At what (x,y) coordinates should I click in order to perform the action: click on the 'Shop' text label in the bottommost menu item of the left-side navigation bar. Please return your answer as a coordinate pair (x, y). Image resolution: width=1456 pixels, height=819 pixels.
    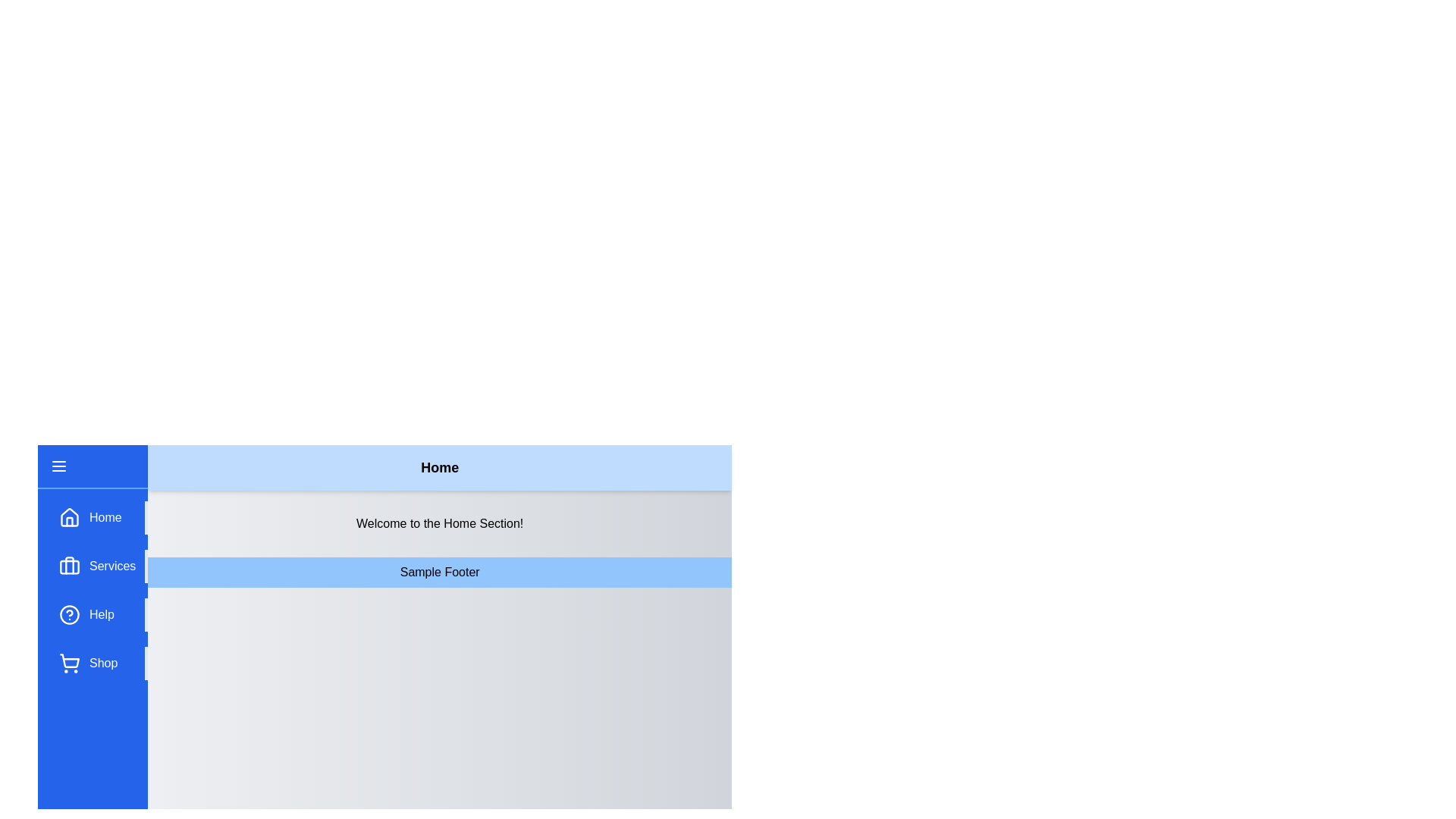
    Looking at the image, I should click on (102, 663).